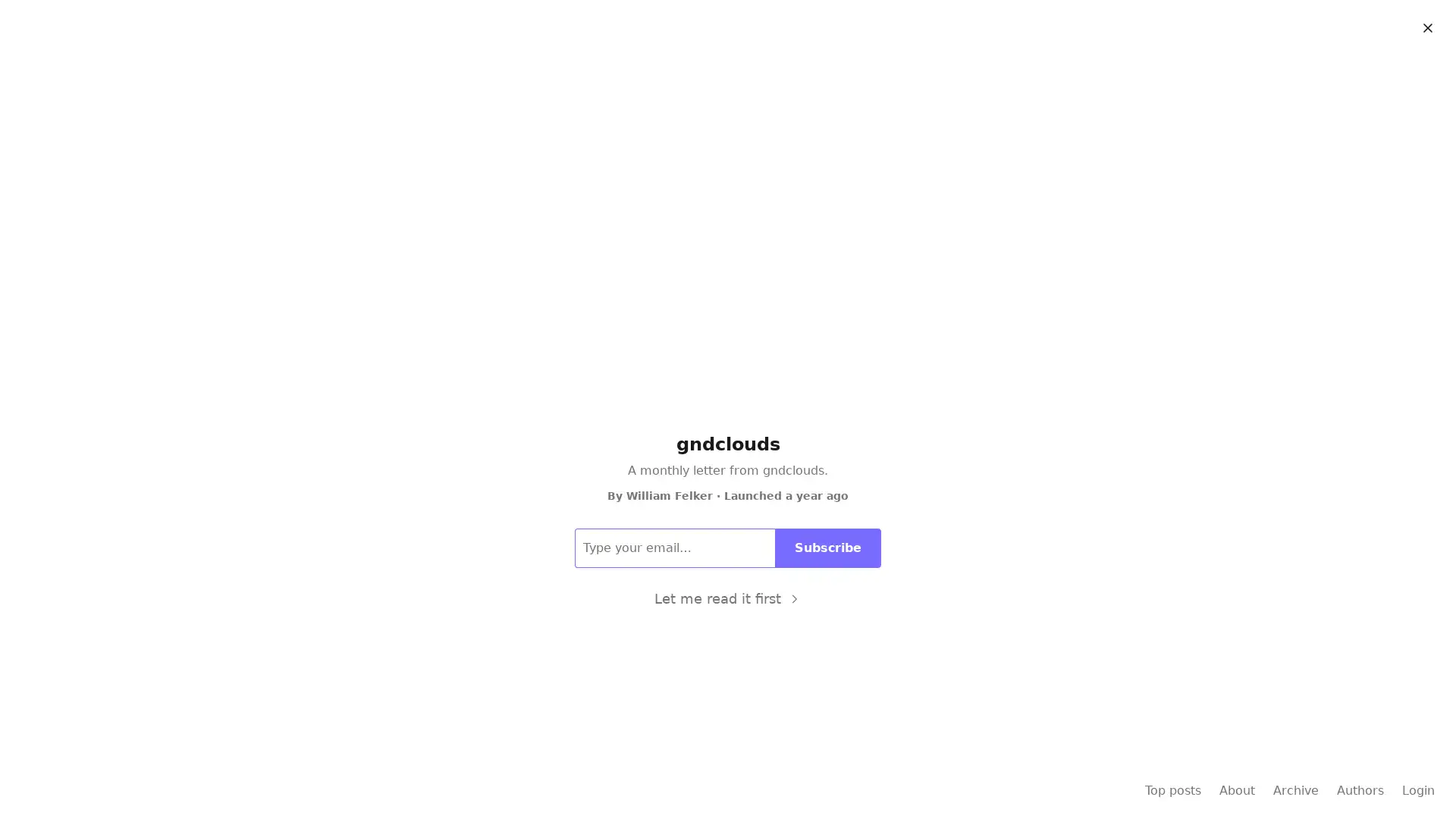 The height and width of the screenshot is (819, 1456). Describe the element at coordinates (730, 66) in the screenshot. I see `Archive` at that location.